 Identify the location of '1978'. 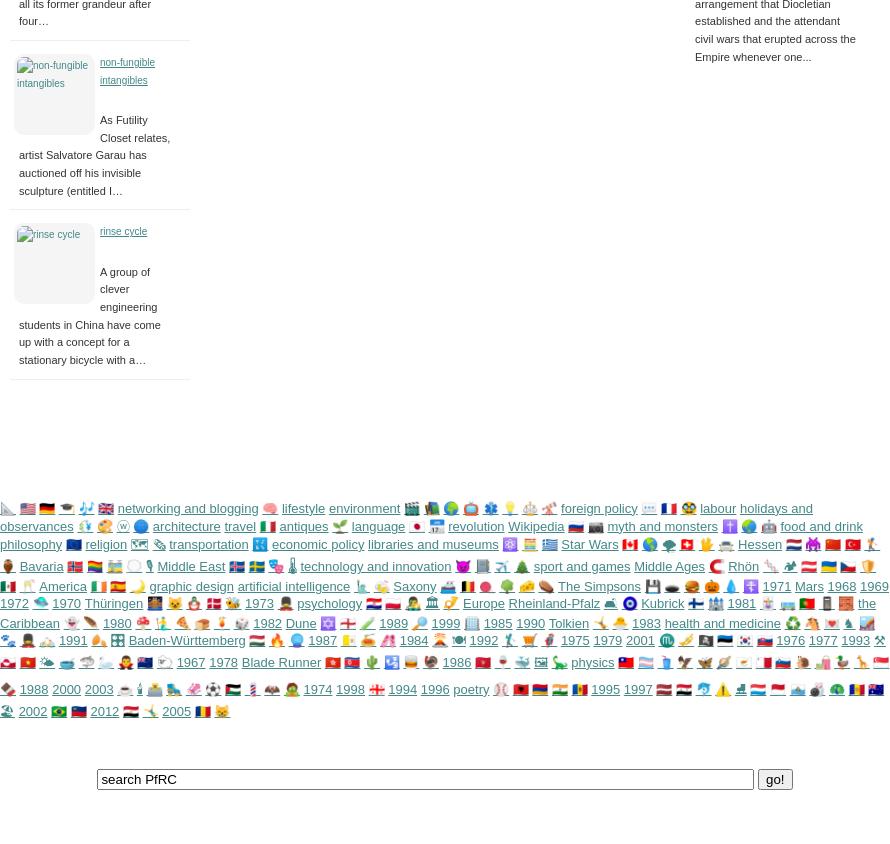
(222, 660).